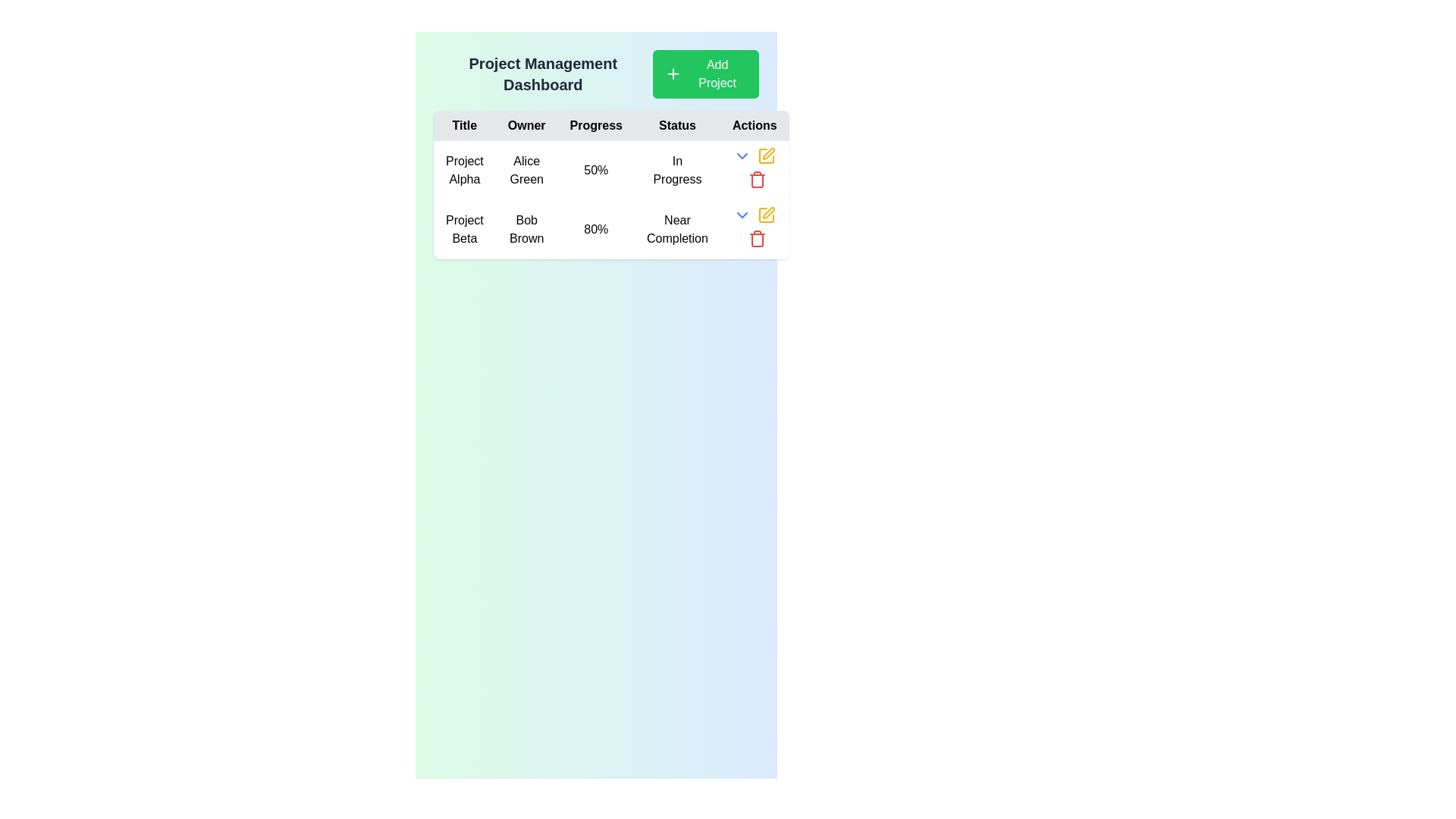 This screenshot has width=1456, height=819. Describe the element at coordinates (463, 170) in the screenshot. I see `the table cell displaying the text 'Project Alpha', located in the first cell of the 'Title' column` at that location.